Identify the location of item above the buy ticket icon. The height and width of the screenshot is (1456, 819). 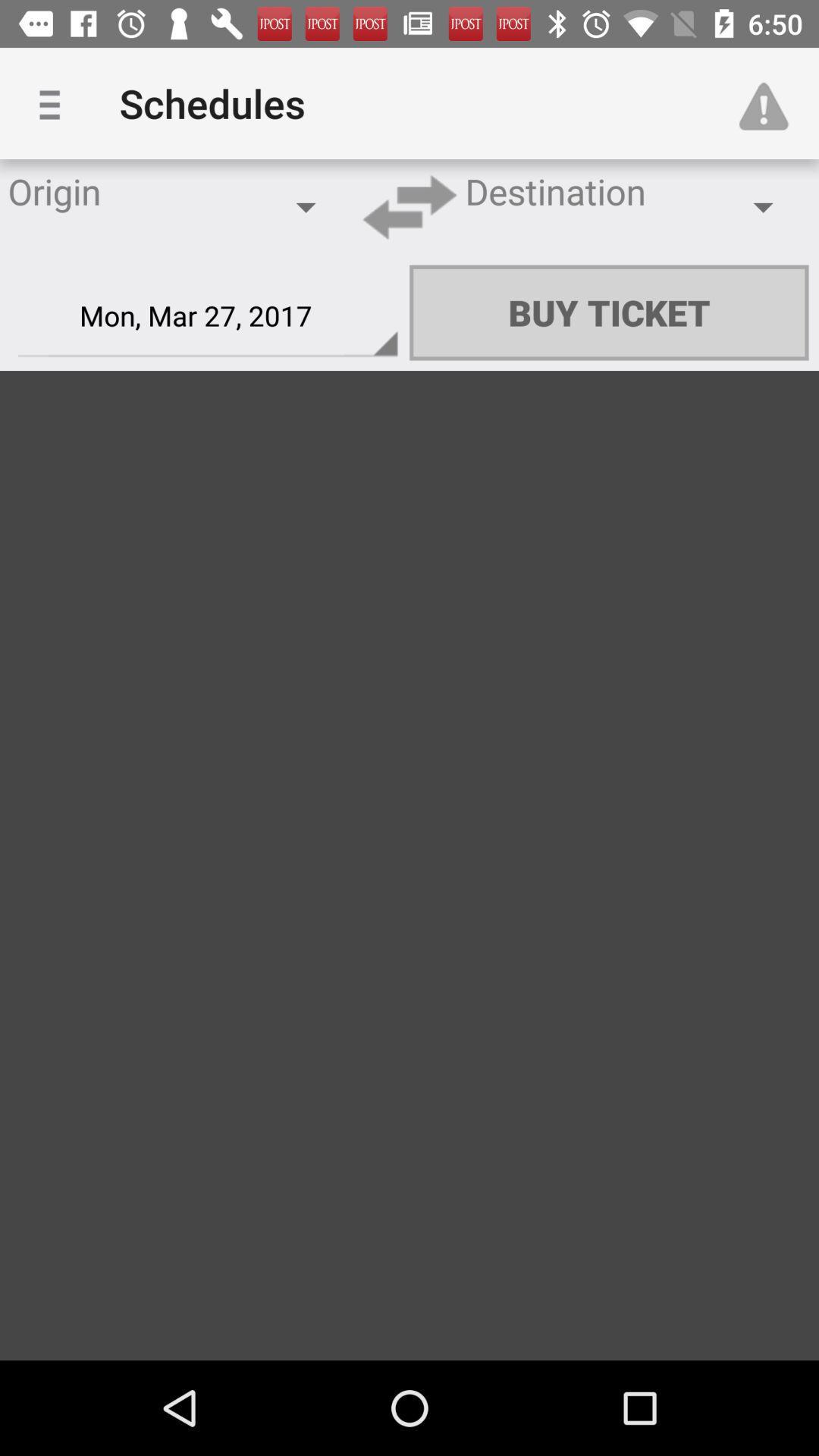
(771, 102).